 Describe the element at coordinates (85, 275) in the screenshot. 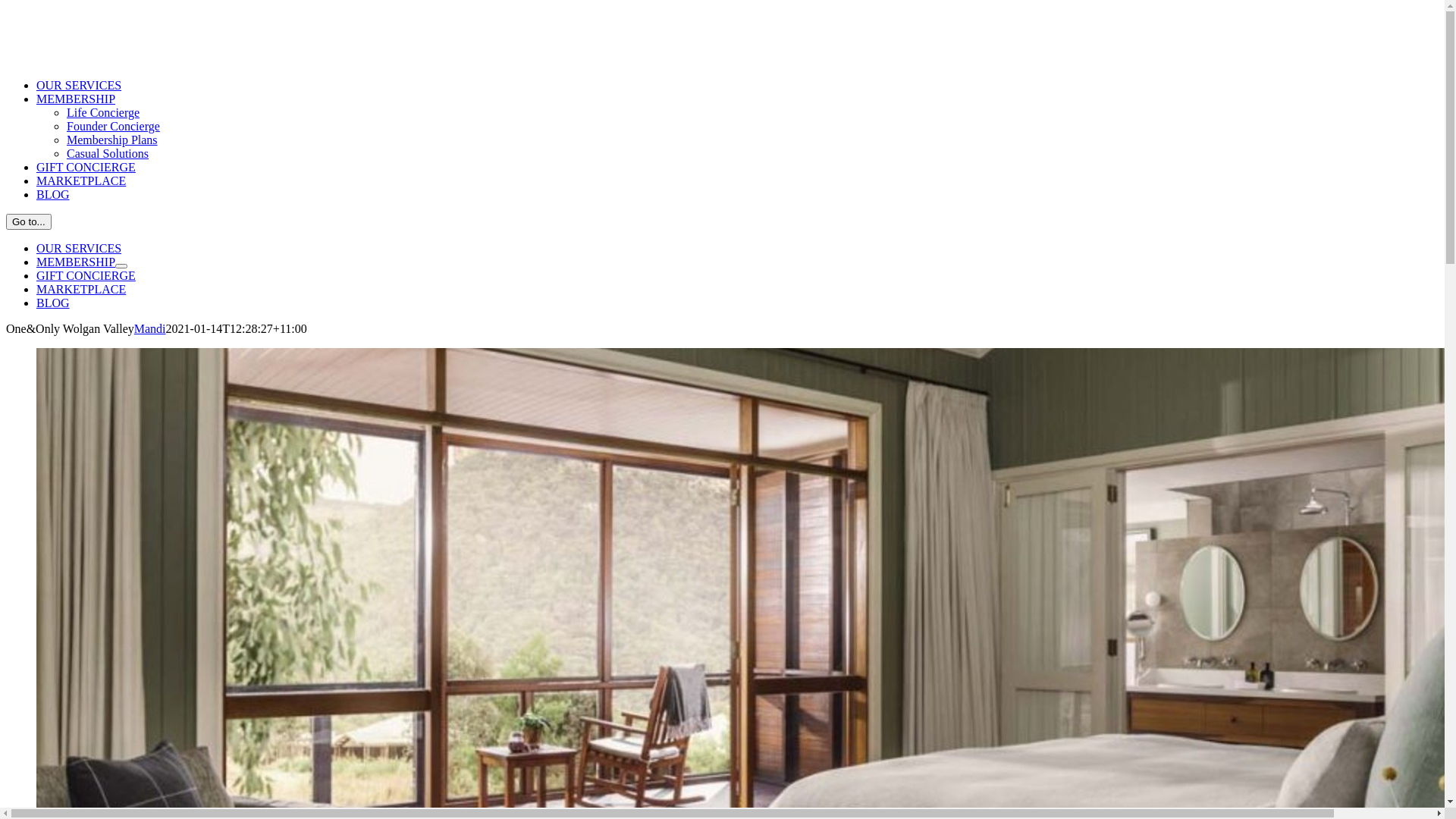

I see `'GIFT CONCIERGE'` at that location.